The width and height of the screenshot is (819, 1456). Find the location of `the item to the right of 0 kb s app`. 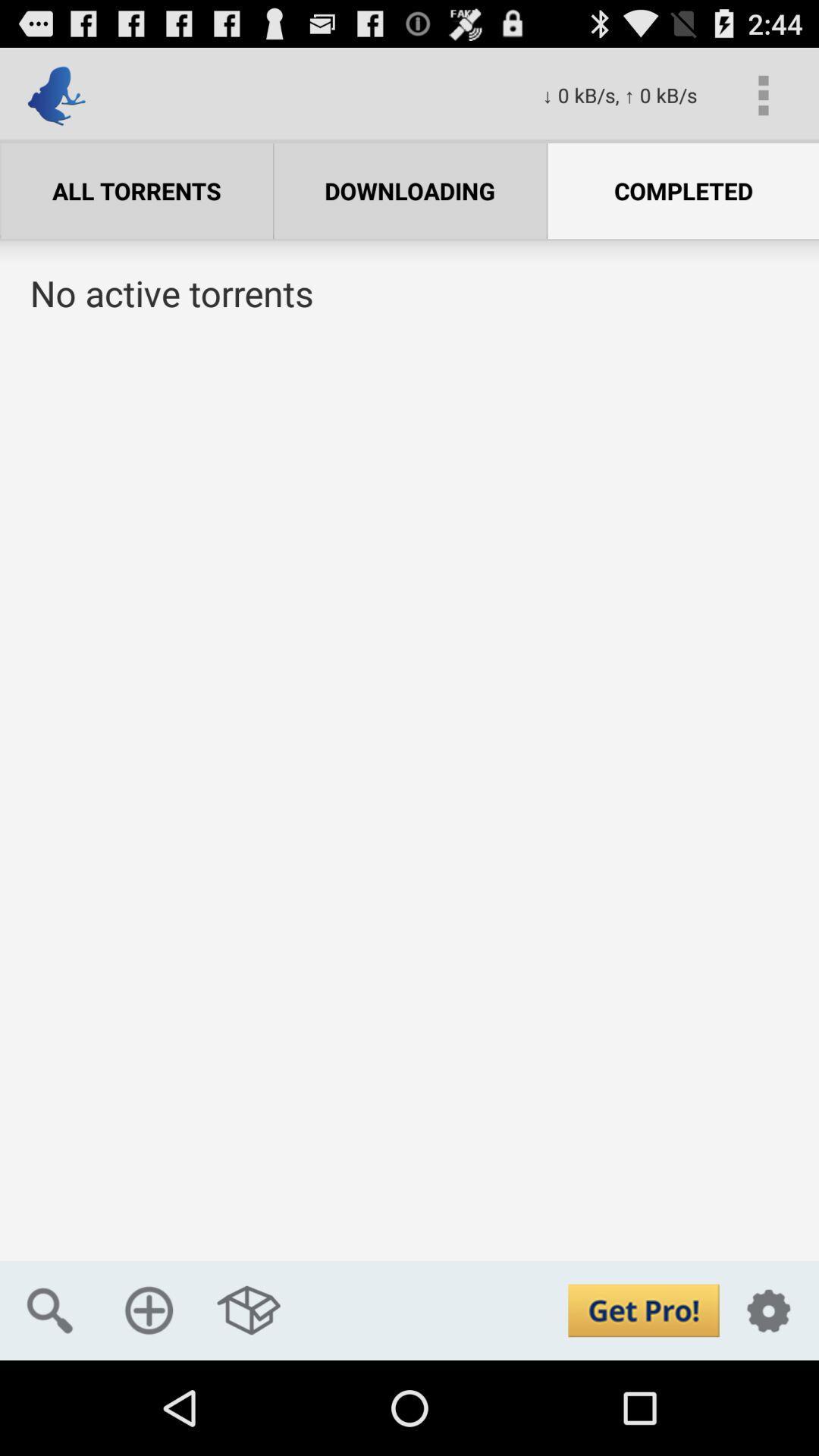

the item to the right of 0 kb s app is located at coordinates (763, 94).